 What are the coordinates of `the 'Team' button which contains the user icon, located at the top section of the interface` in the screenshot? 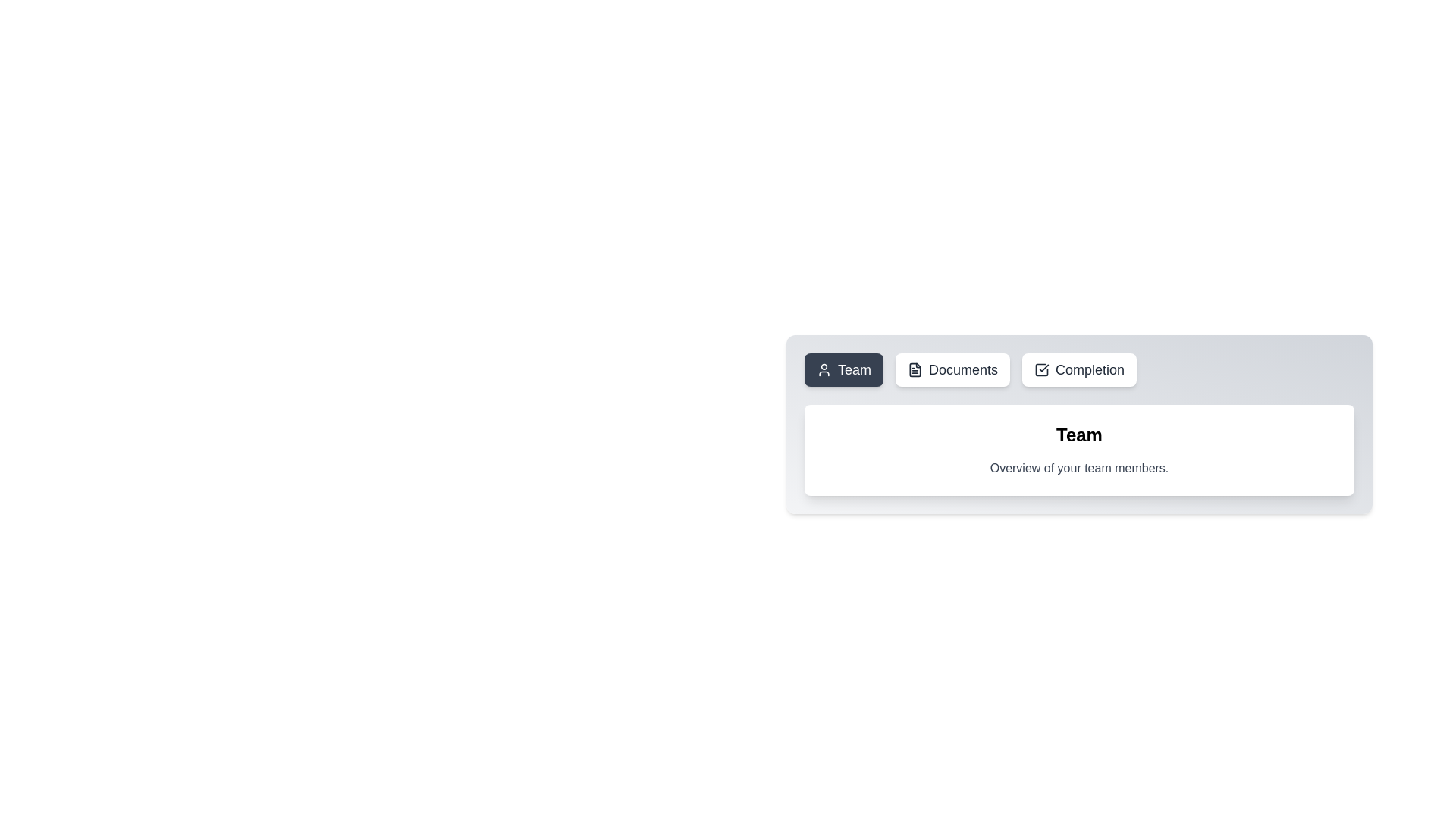 It's located at (823, 370).